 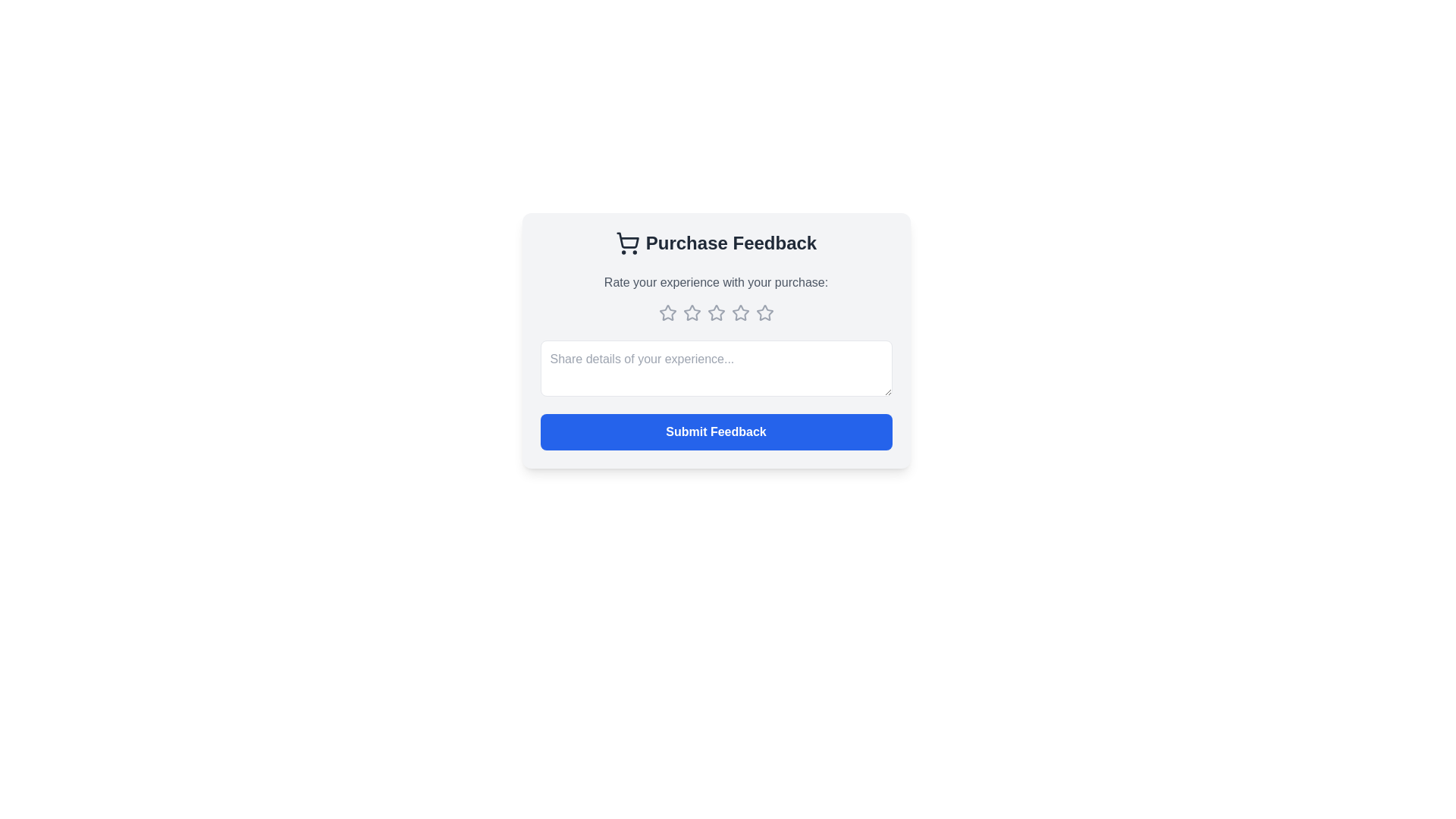 I want to click on the star icon in the rating component located beneath the label 'Rate your experience with your purchase:', so click(x=715, y=312).